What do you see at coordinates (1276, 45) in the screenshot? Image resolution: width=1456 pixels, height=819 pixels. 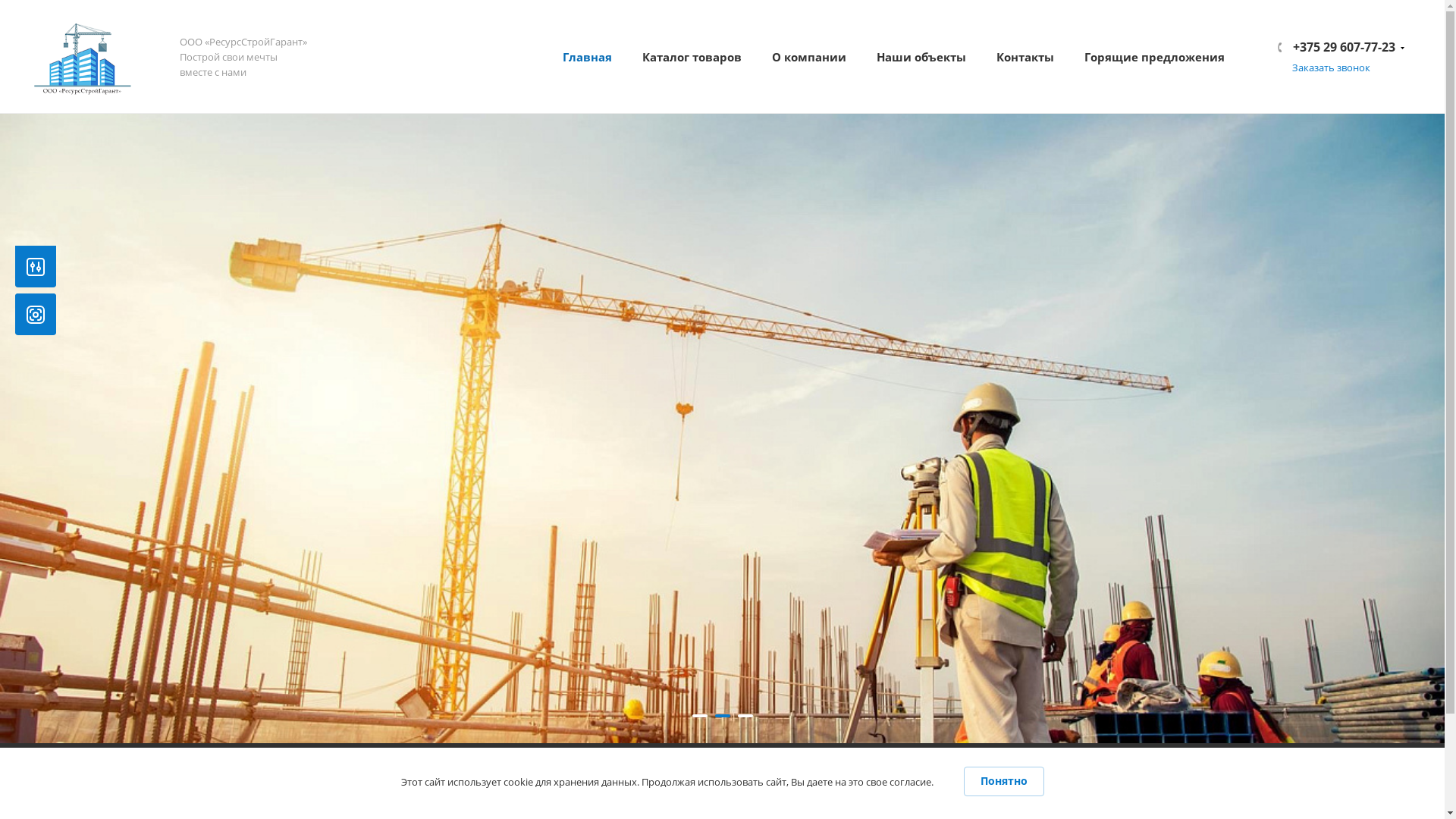 I see `'+375 29 607-77-23'` at bounding box center [1276, 45].